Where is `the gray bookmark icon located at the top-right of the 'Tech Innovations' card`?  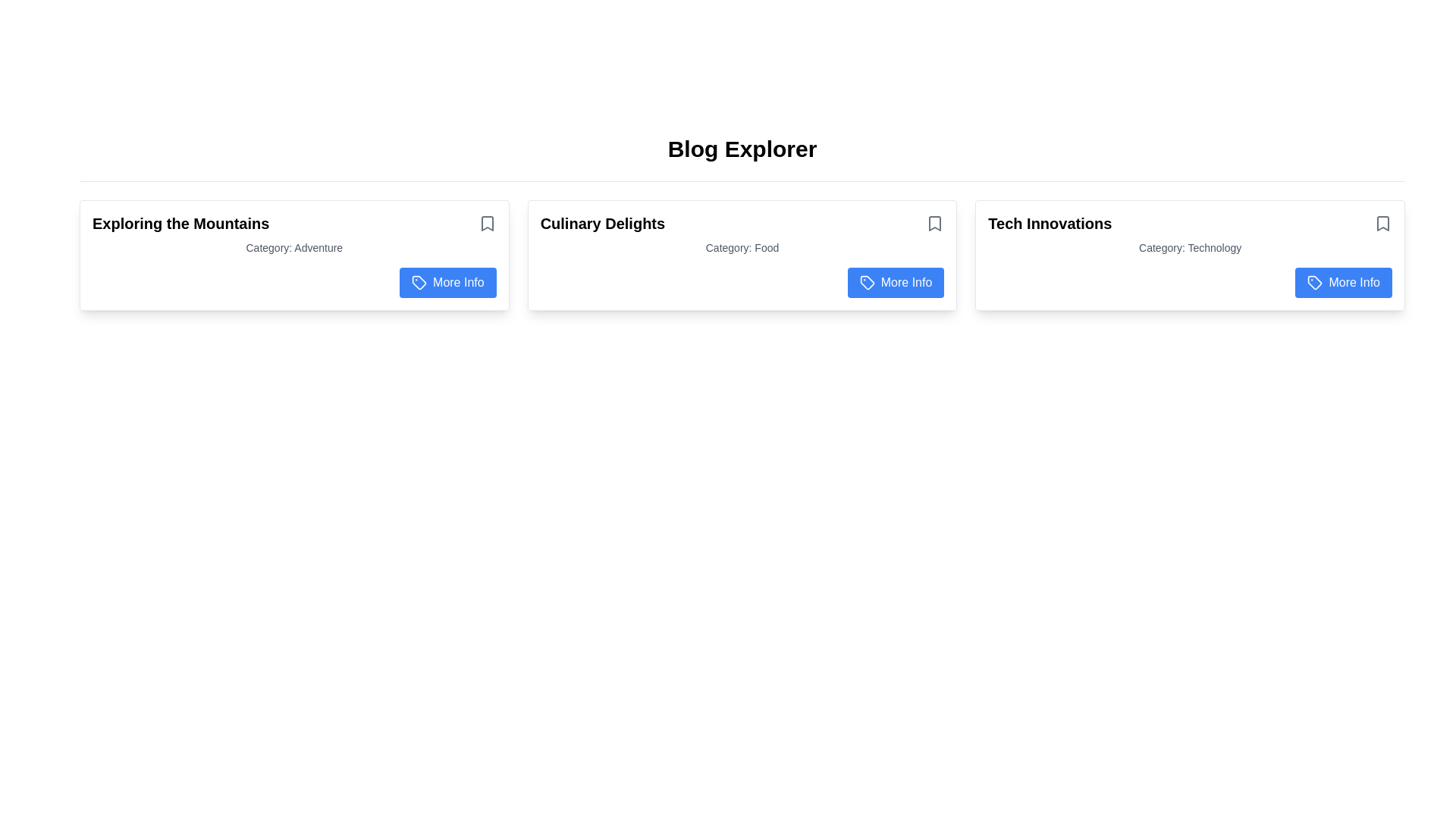
the gray bookmark icon located at the top-right of the 'Tech Innovations' card is located at coordinates (1383, 223).